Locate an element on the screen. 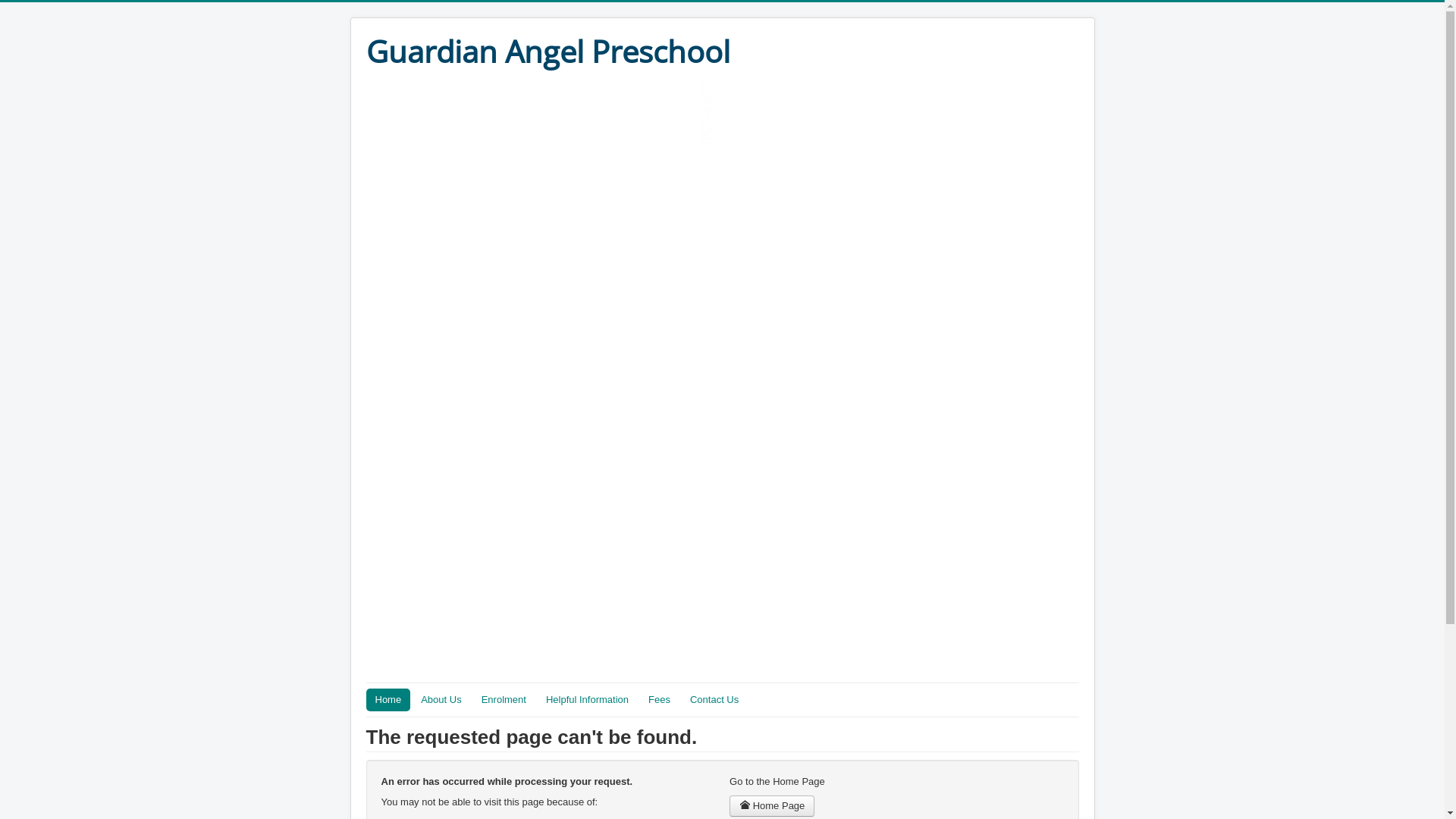 This screenshot has height=819, width=1456. 'Contact Us' is located at coordinates (679, 699).